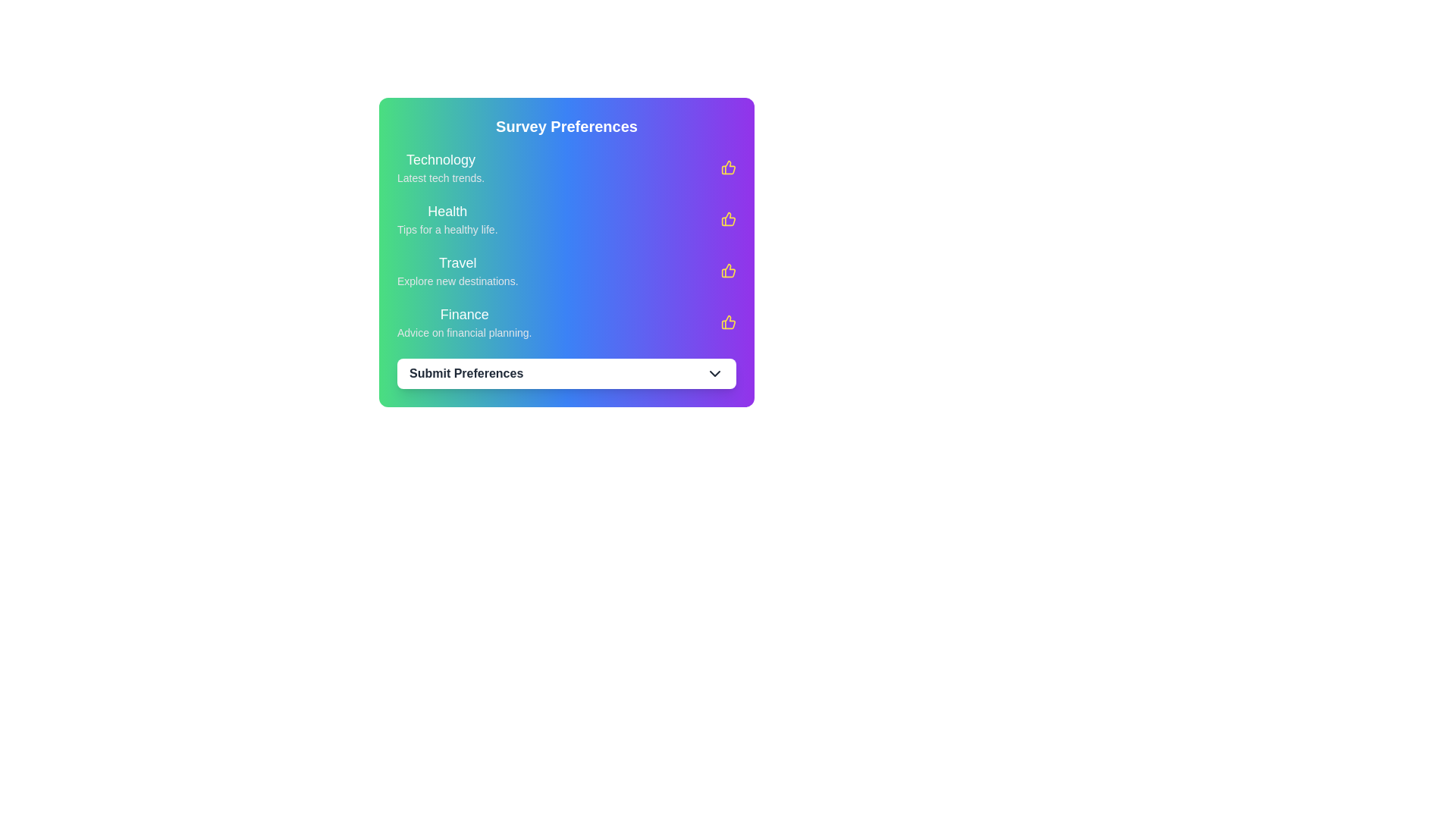 The width and height of the screenshot is (1456, 819). Describe the element at coordinates (440, 177) in the screenshot. I see `the text label displaying 'Latest tech trends.' located beneath the 'Technology' title in the 'Survey Preferences' panel` at that location.